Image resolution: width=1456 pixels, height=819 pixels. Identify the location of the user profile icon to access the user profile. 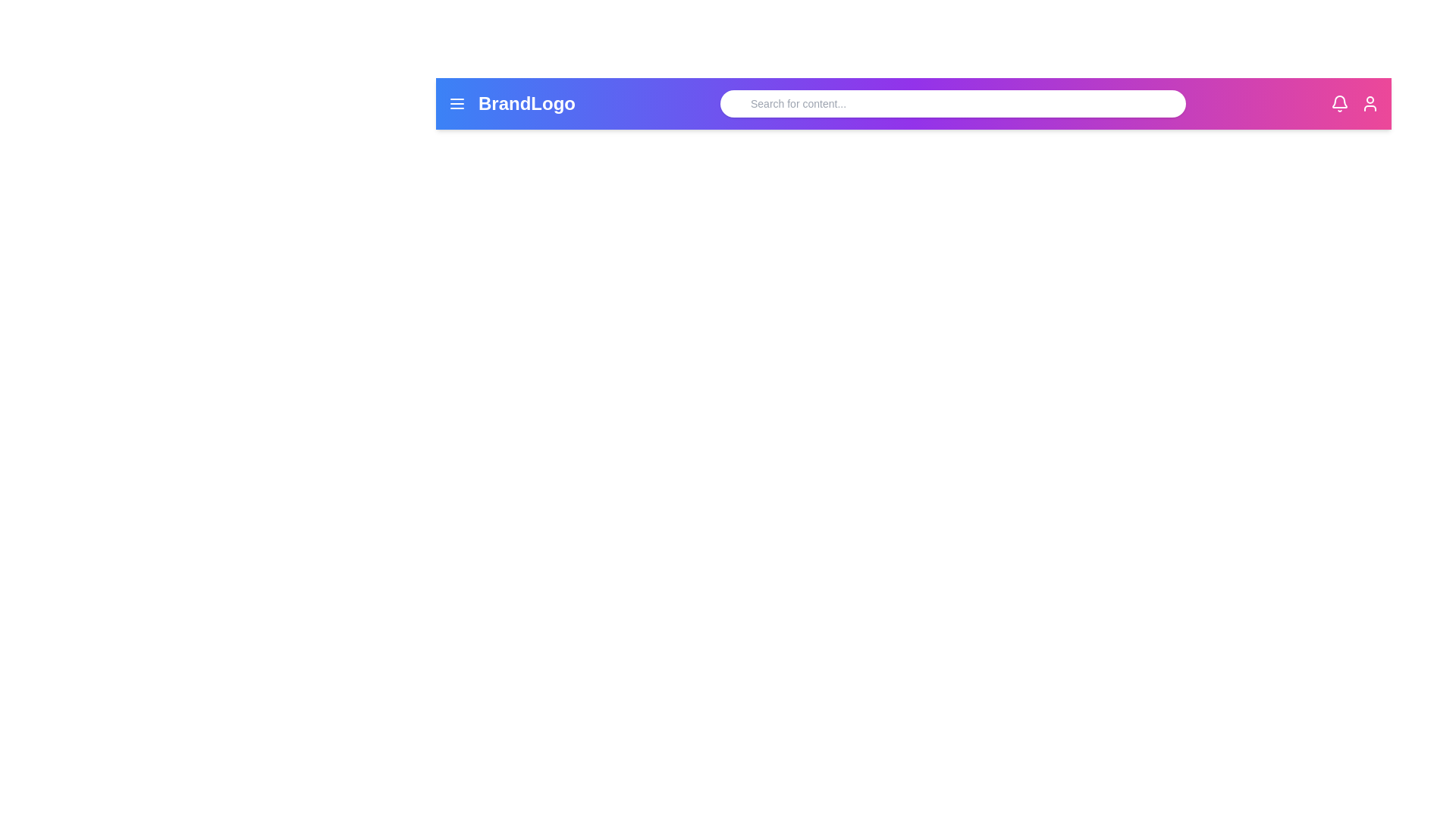
(1370, 103).